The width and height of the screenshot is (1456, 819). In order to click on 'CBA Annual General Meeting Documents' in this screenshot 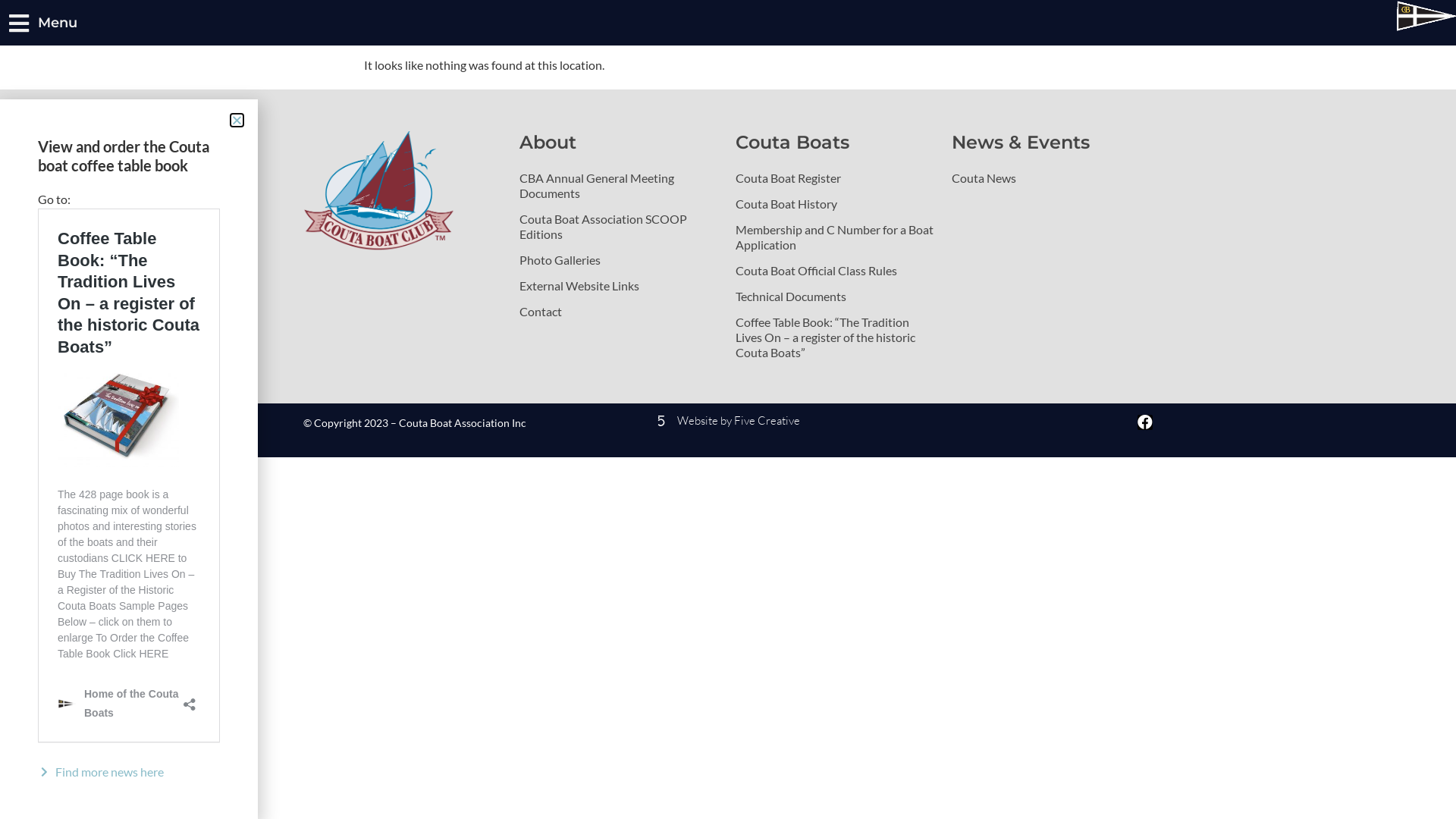, I will do `click(620, 185)`.